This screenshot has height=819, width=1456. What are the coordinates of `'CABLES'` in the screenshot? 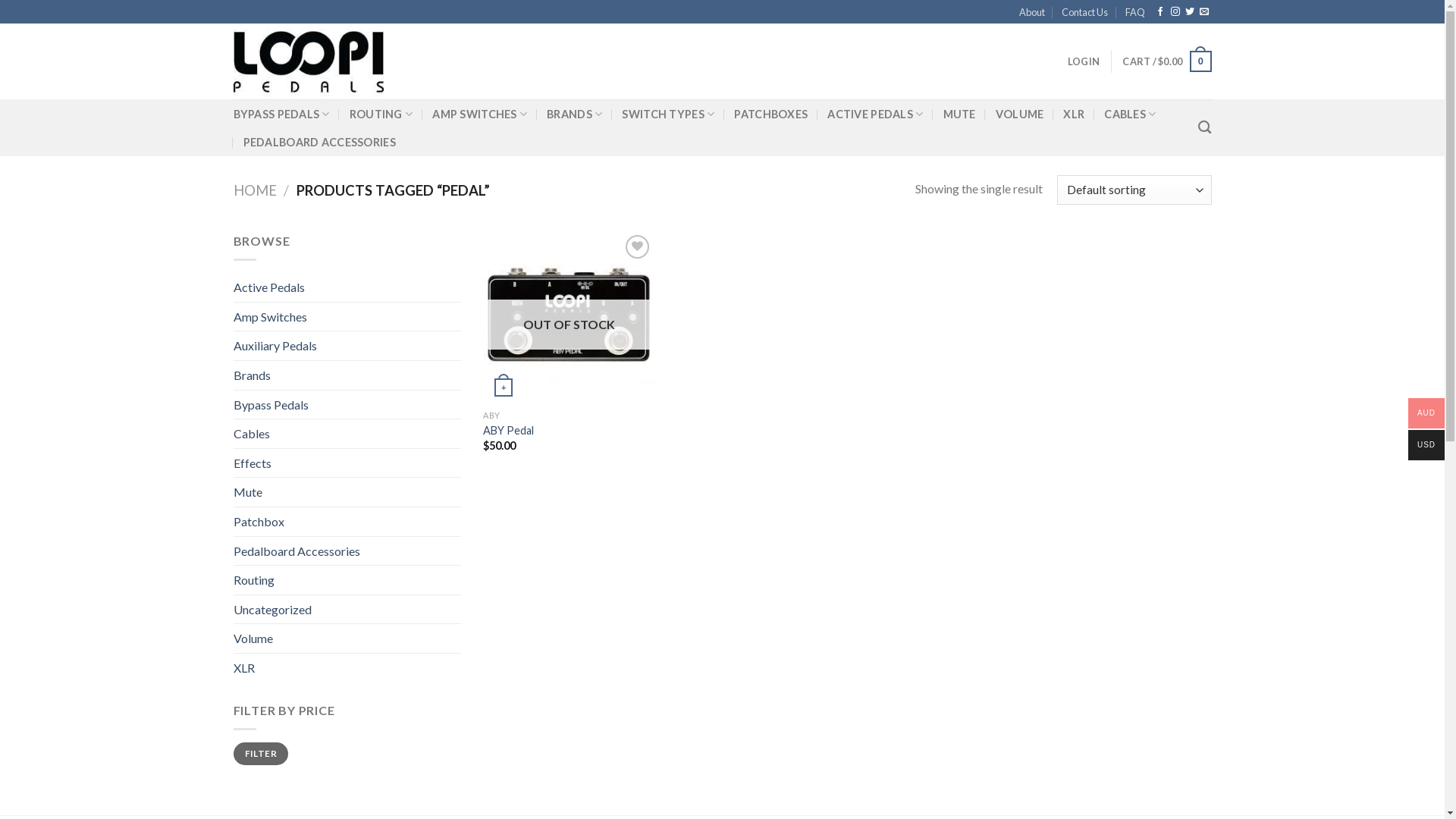 It's located at (1129, 113).